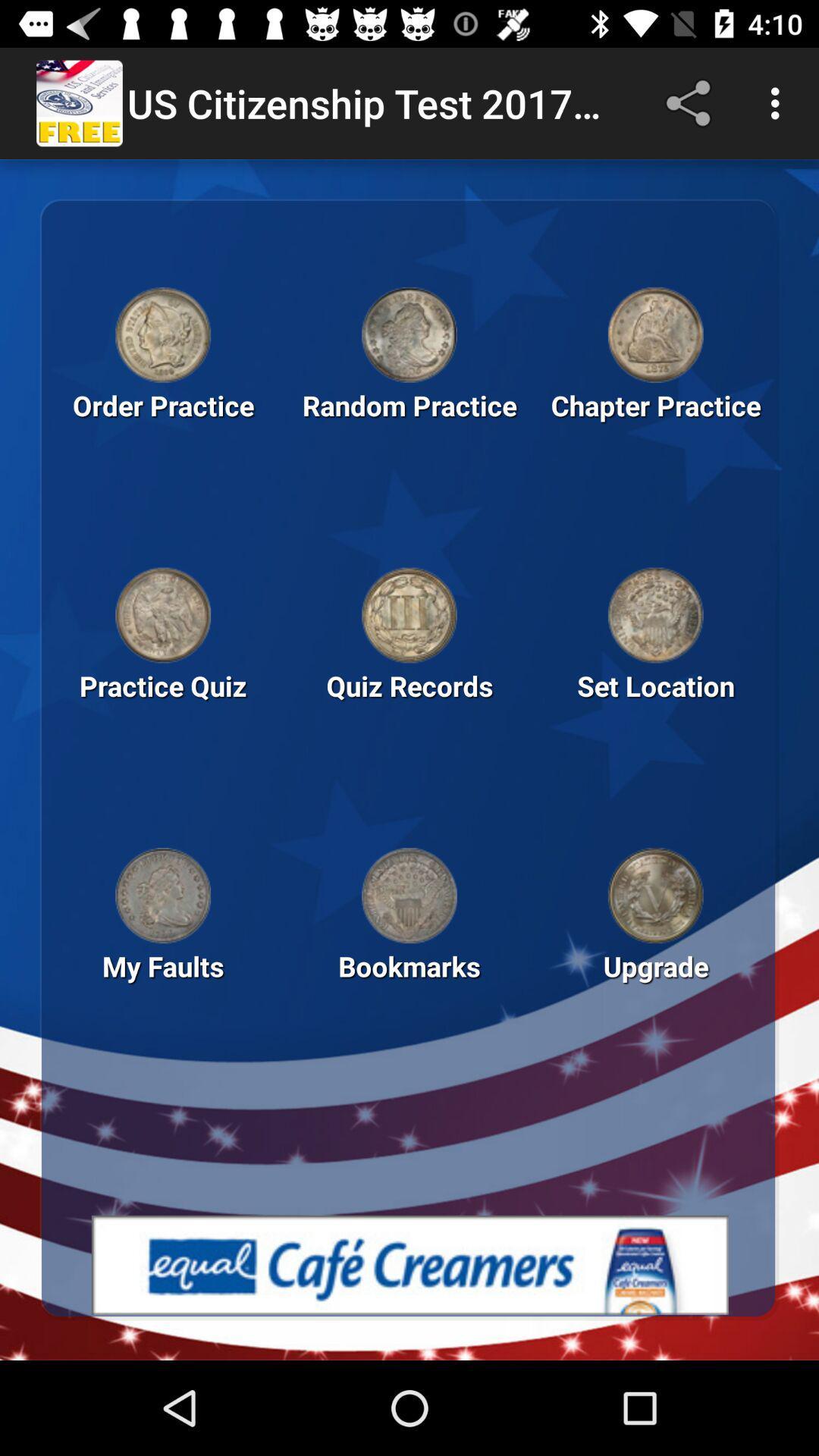 This screenshot has width=819, height=1456. Describe the element at coordinates (409, 334) in the screenshot. I see `open random practice` at that location.